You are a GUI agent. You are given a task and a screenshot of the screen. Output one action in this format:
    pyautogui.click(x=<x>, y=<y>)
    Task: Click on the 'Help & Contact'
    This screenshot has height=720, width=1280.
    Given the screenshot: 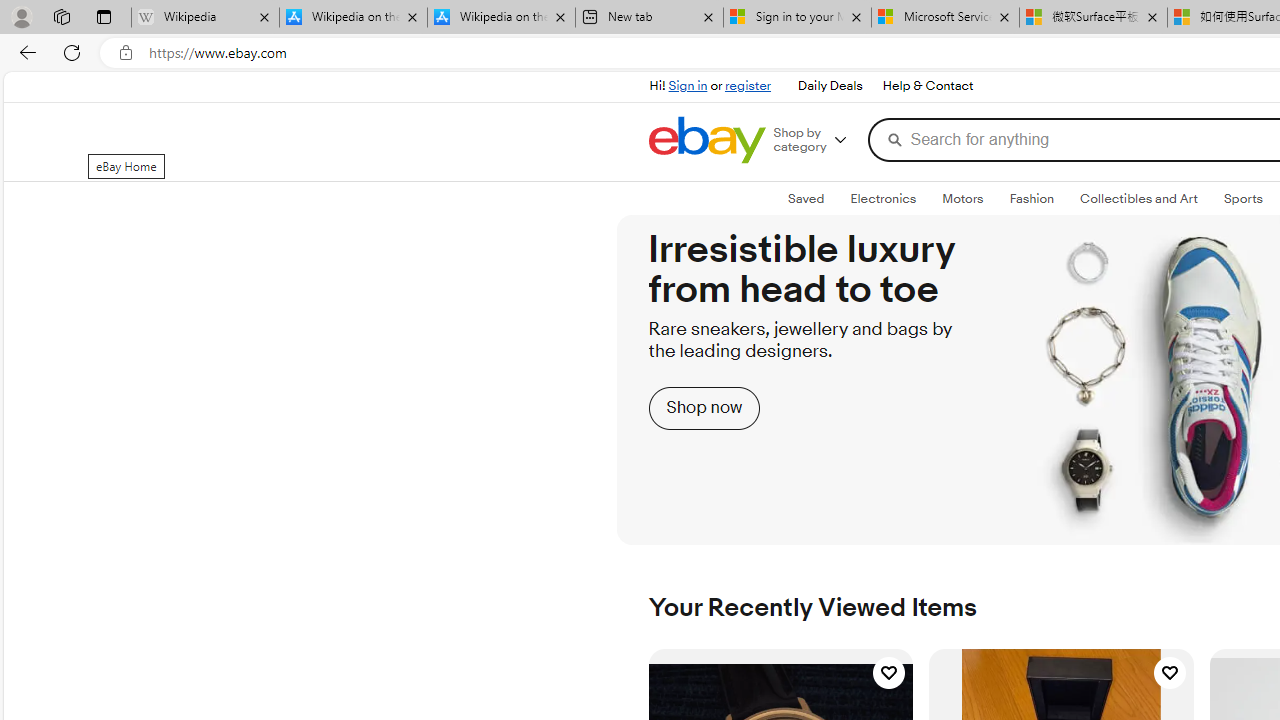 What is the action you would take?
    pyautogui.click(x=925, y=85)
    